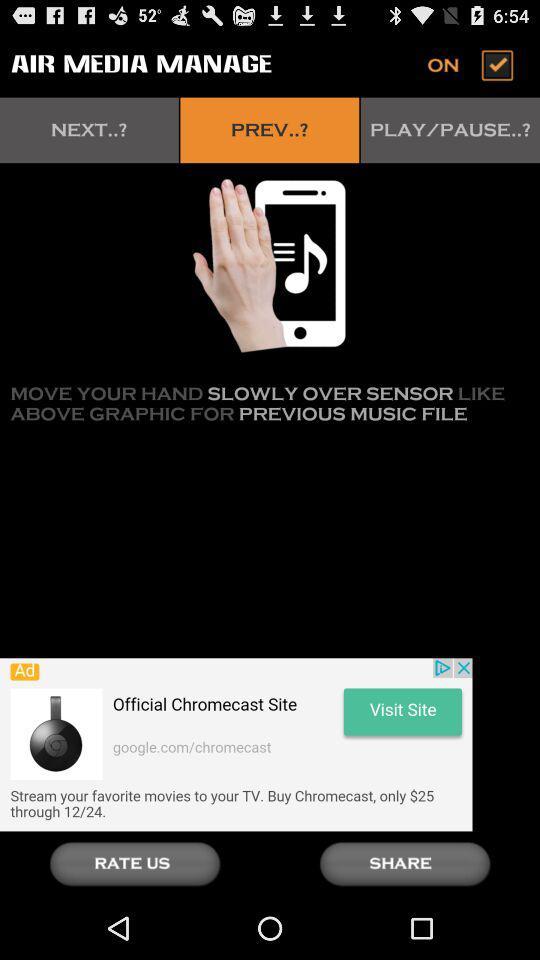  What do you see at coordinates (472, 64) in the screenshot?
I see `air media manage` at bounding box center [472, 64].